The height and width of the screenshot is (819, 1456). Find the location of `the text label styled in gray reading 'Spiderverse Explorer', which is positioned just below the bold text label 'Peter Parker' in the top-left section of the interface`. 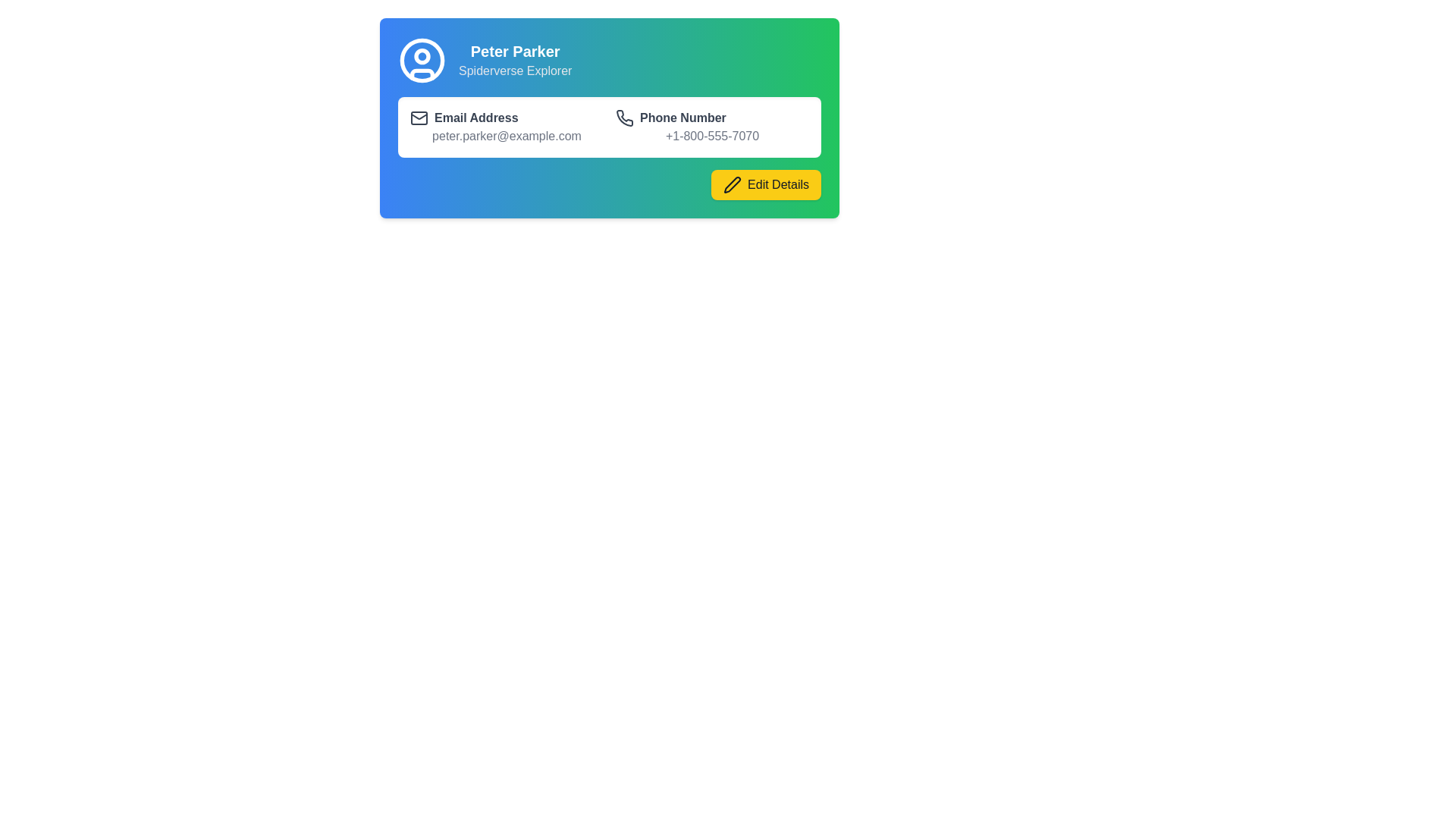

the text label styled in gray reading 'Spiderverse Explorer', which is positioned just below the bold text label 'Peter Parker' in the top-left section of the interface is located at coordinates (515, 71).